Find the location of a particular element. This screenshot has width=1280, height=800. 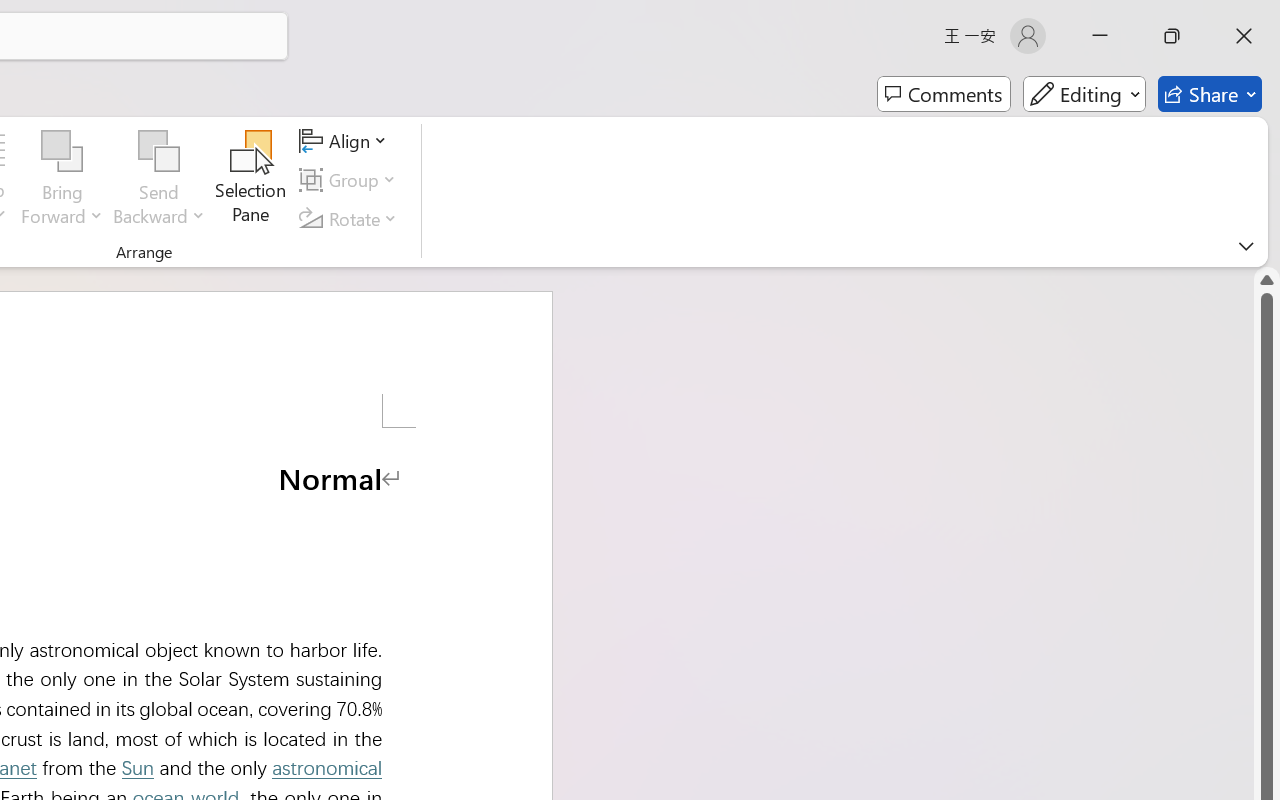

'Send Backward' is located at coordinates (158, 151).